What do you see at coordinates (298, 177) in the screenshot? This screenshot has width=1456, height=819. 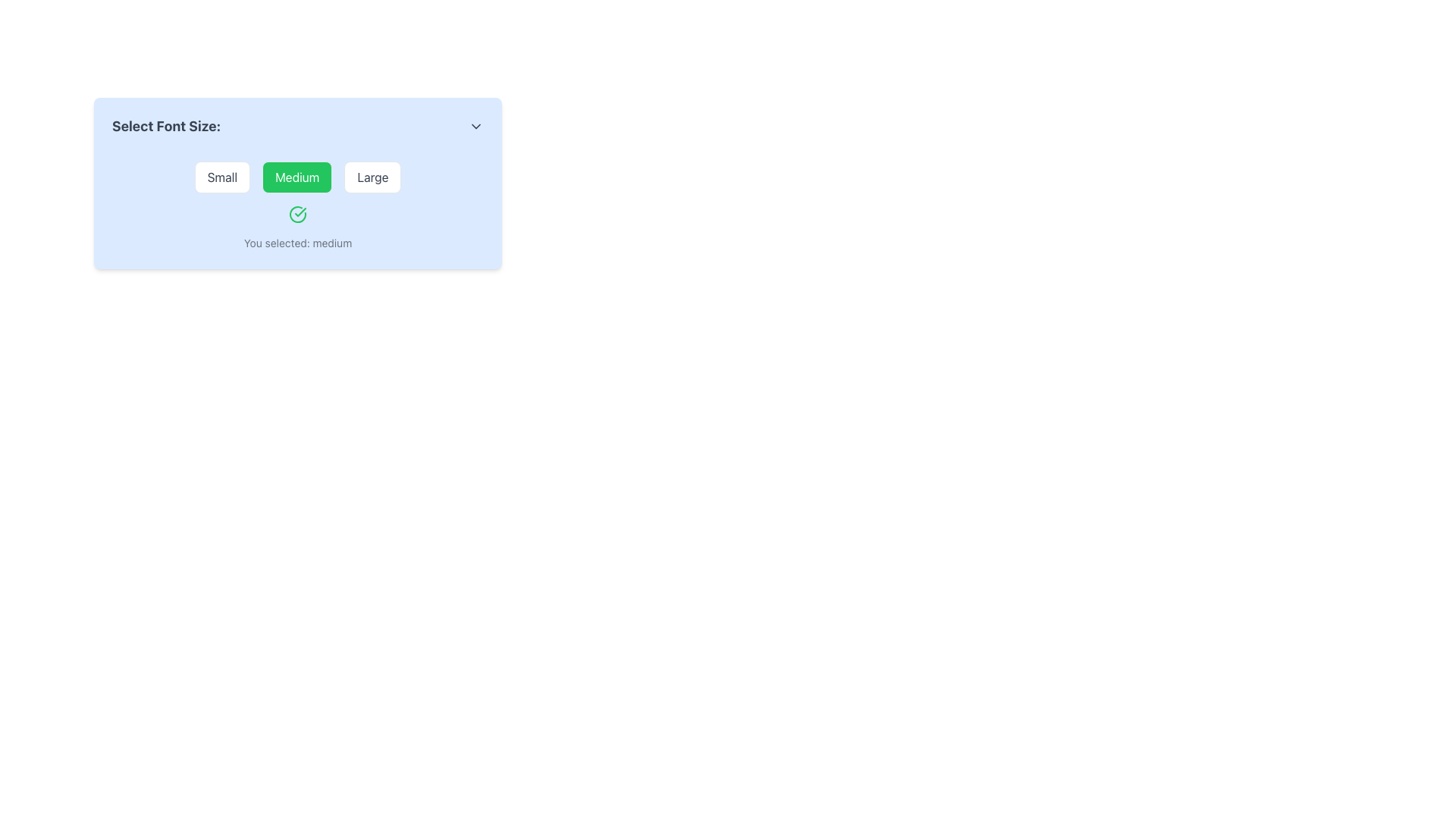 I see `the 'Medium' button in the button group labeled 'Small', 'Medium', and 'Large'` at bounding box center [298, 177].